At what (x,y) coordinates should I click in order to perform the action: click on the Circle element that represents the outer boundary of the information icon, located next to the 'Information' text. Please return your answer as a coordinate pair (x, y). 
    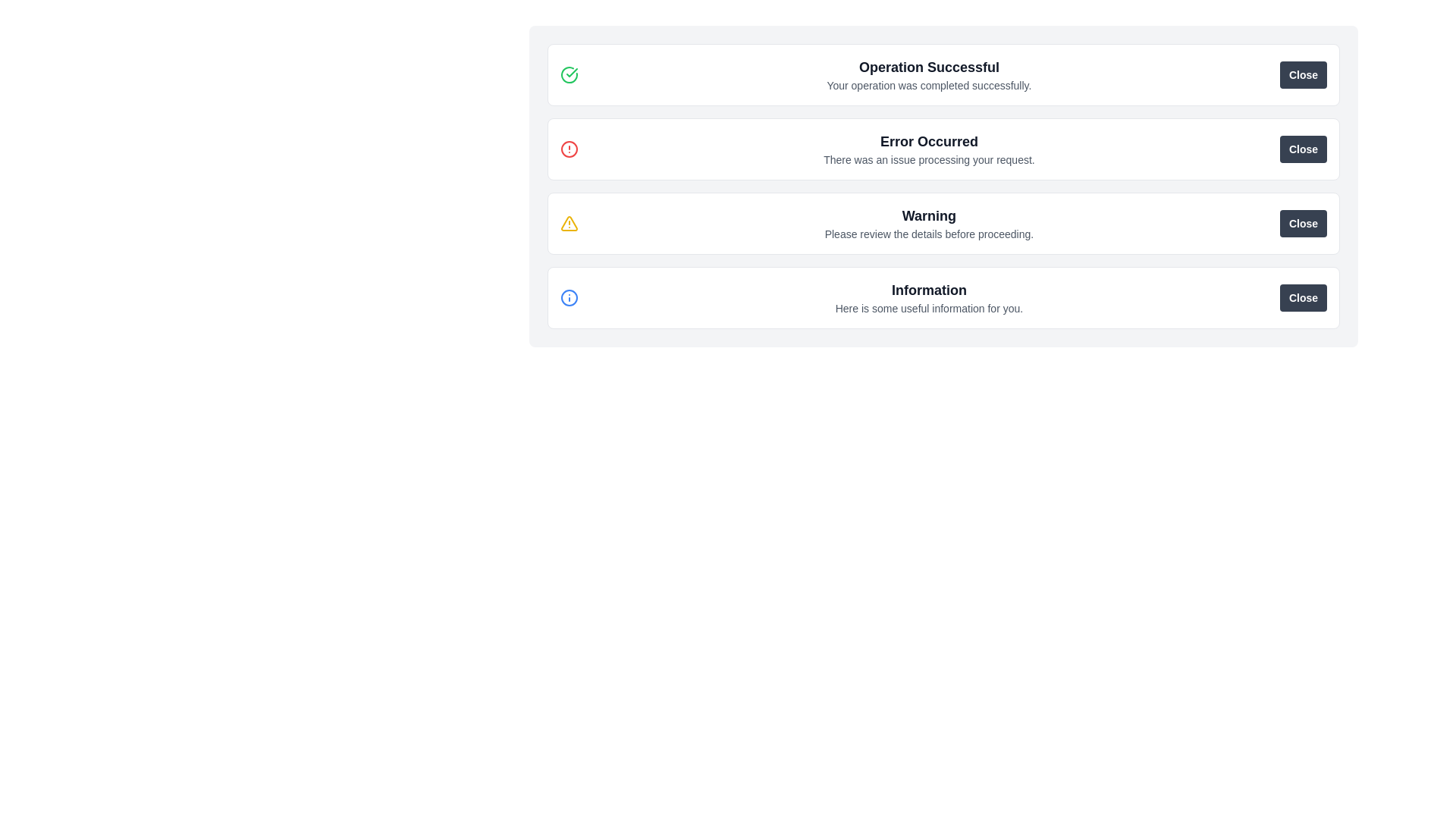
    Looking at the image, I should click on (568, 298).